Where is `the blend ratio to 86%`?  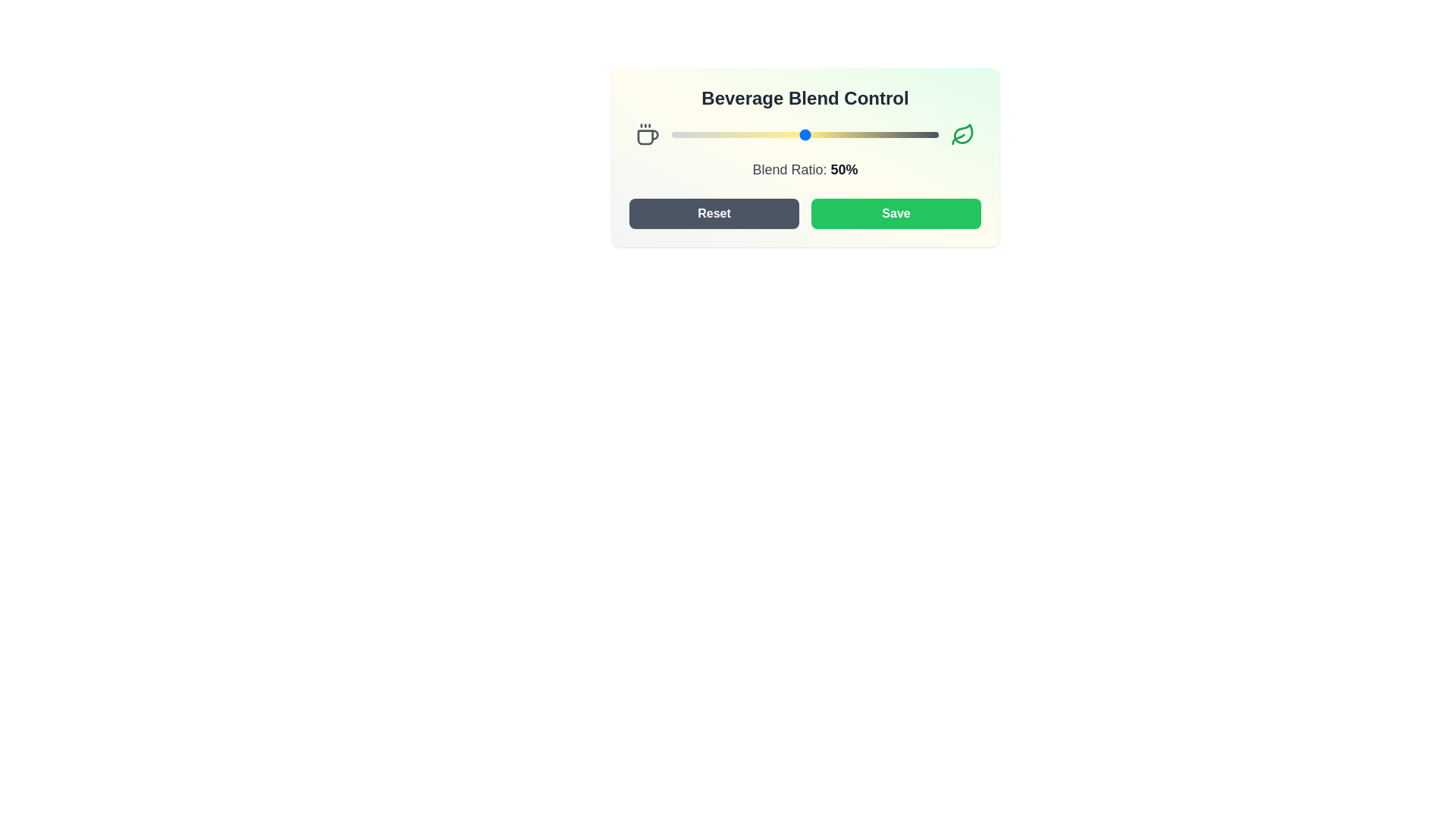 the blend ratio to 86% is located at coordinates (901, 133).